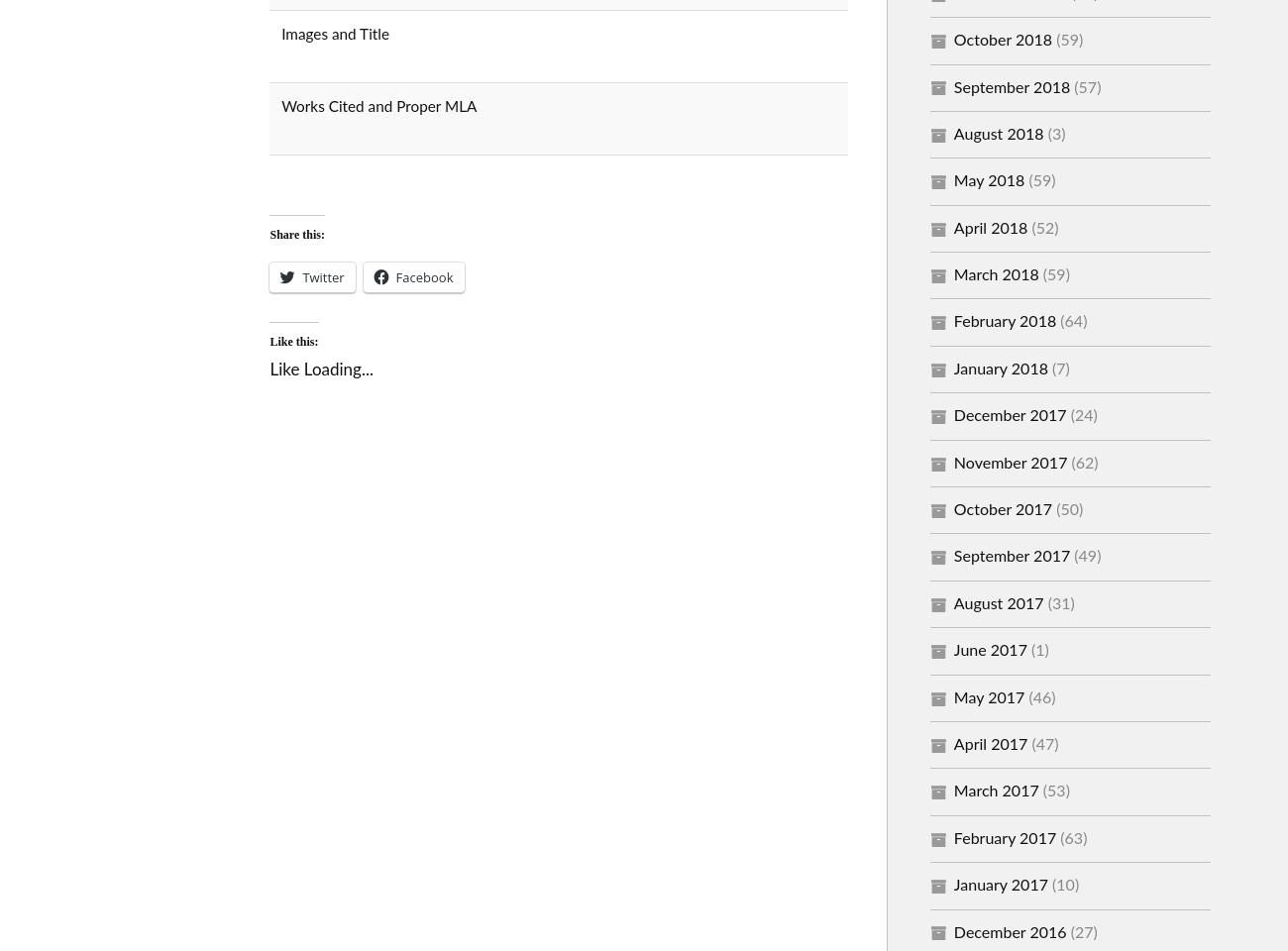 The height and width of the screenshot is (951, 1288). What do you see at coordinates (1054, 132) in the screenshot?
I see `'(3)'` at bounding box center [1054, 132].